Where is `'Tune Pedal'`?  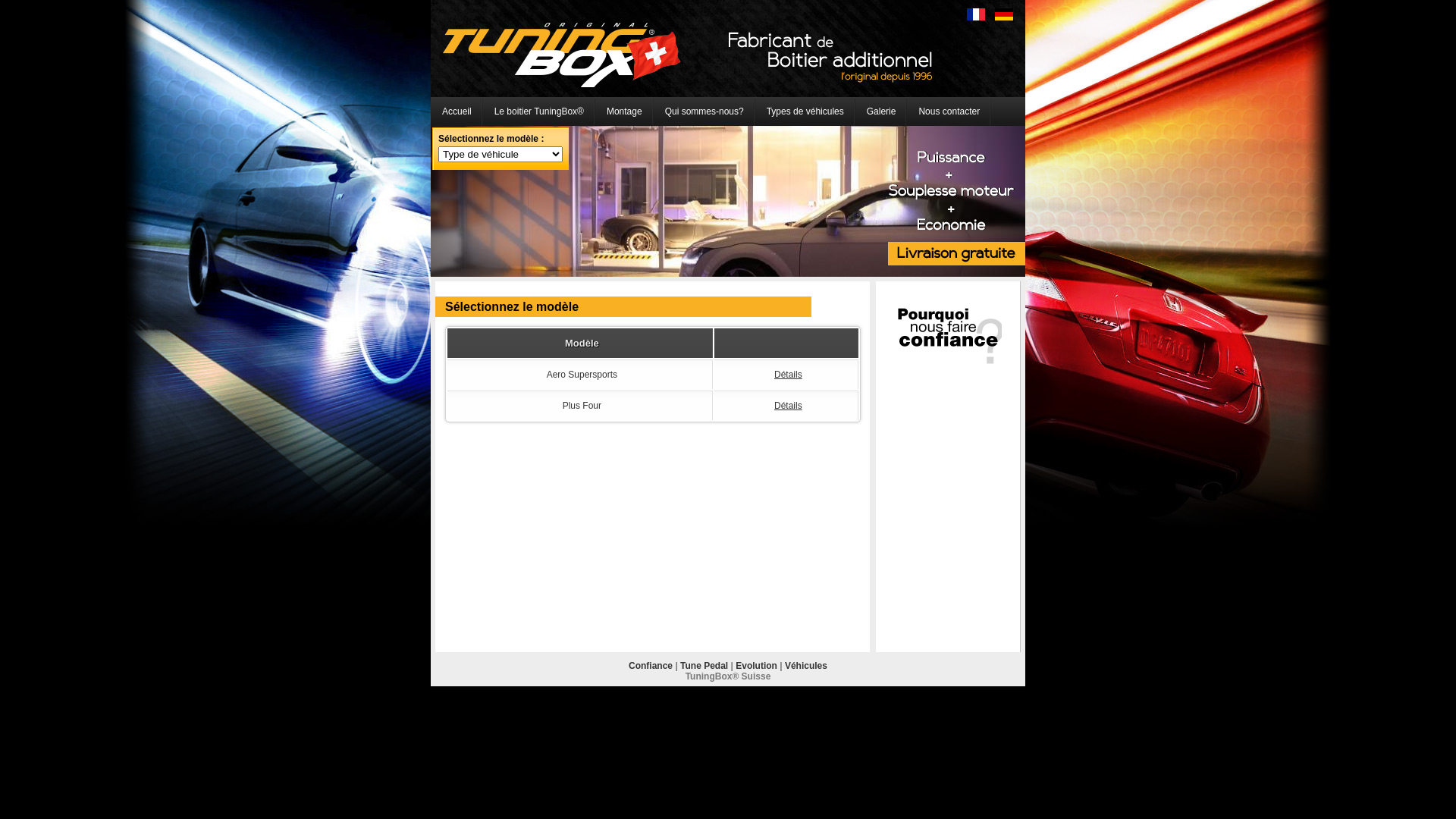
'Tune Pedal' is located at coordinates (703, 665).